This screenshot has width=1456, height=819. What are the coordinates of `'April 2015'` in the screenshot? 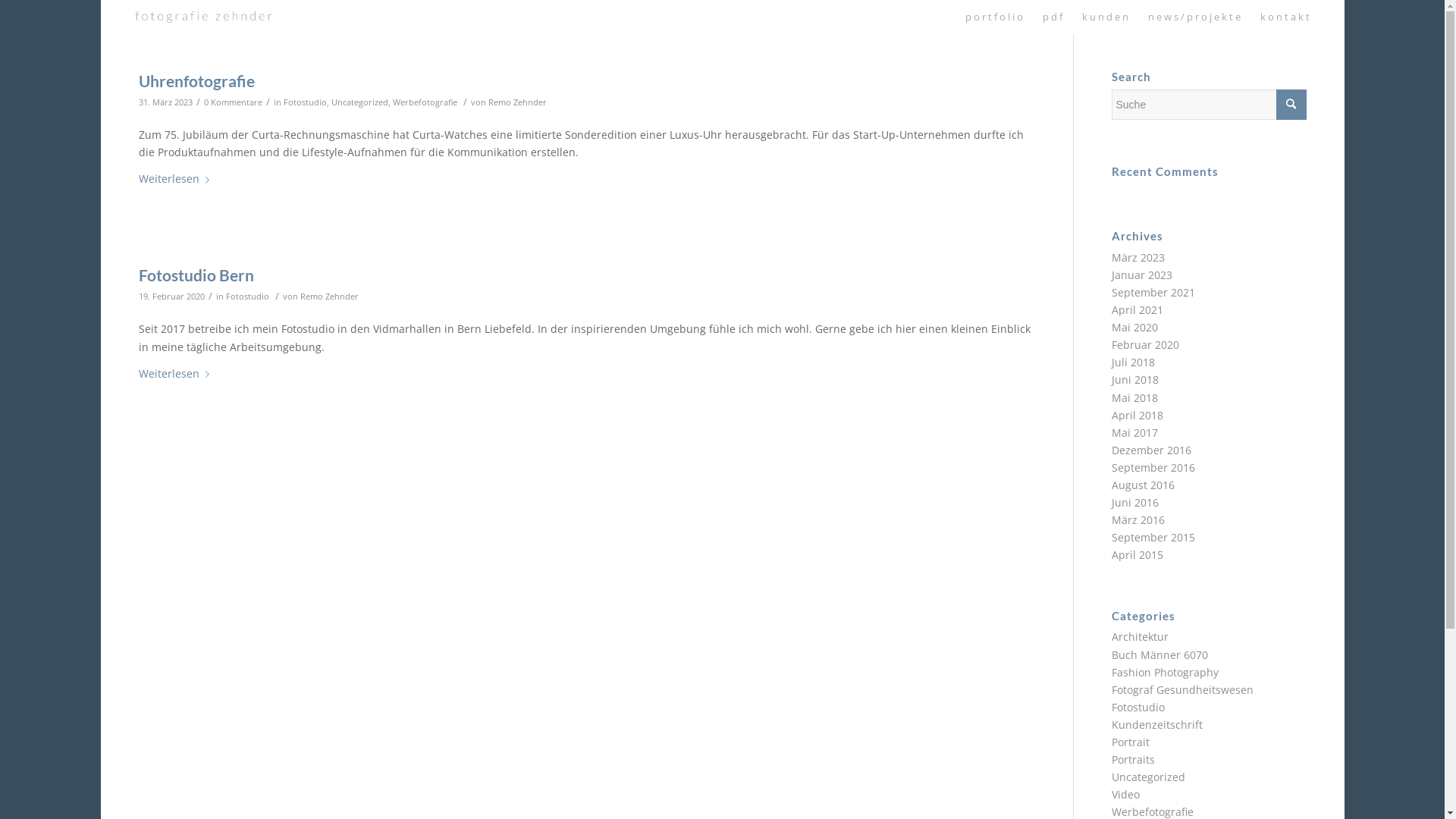 It's located at (1137, 554).